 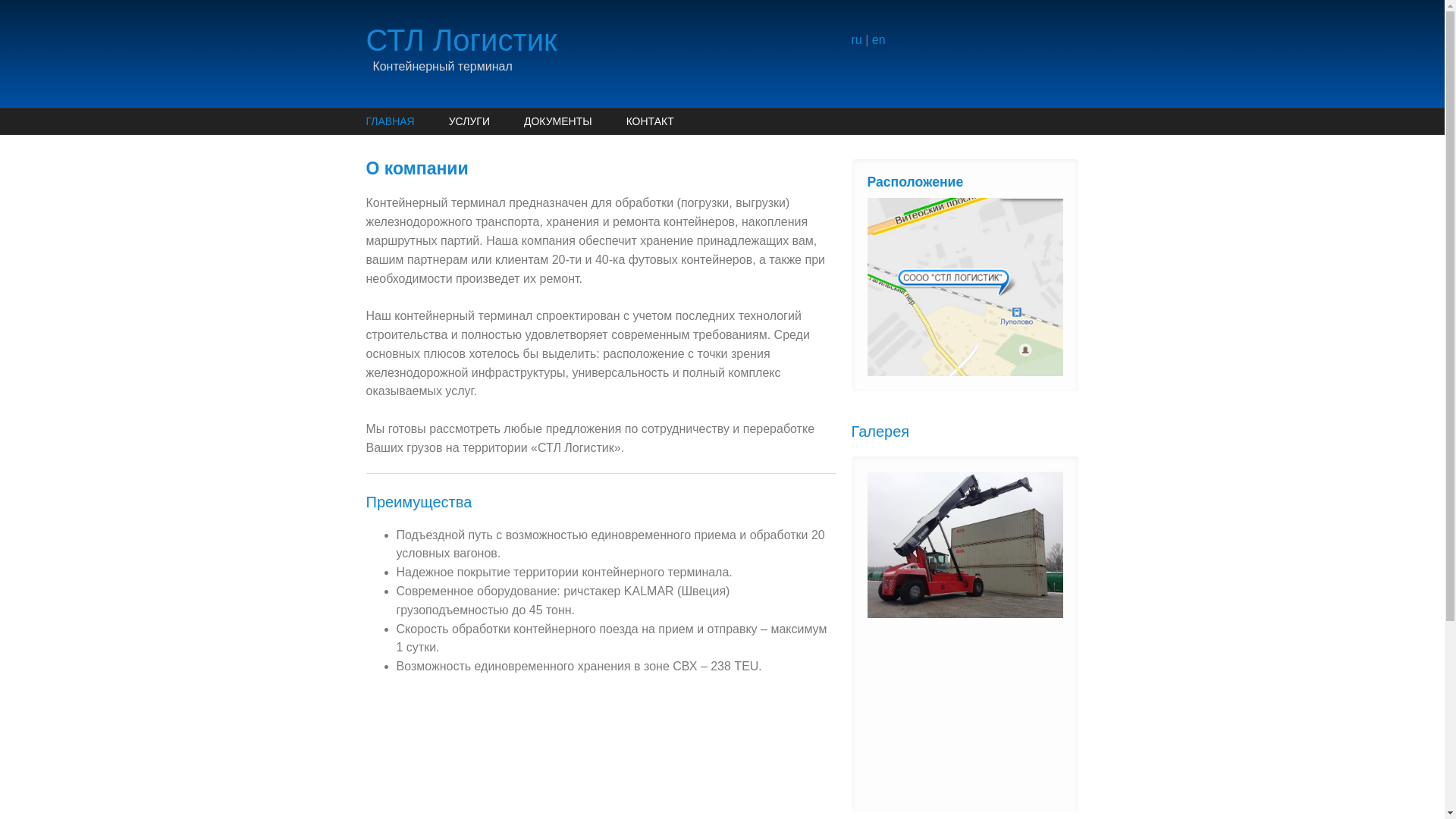 What do you see at coordinates (855, 39) in the screenshot?
I see `'ru'` at bounding box center [855, 39].